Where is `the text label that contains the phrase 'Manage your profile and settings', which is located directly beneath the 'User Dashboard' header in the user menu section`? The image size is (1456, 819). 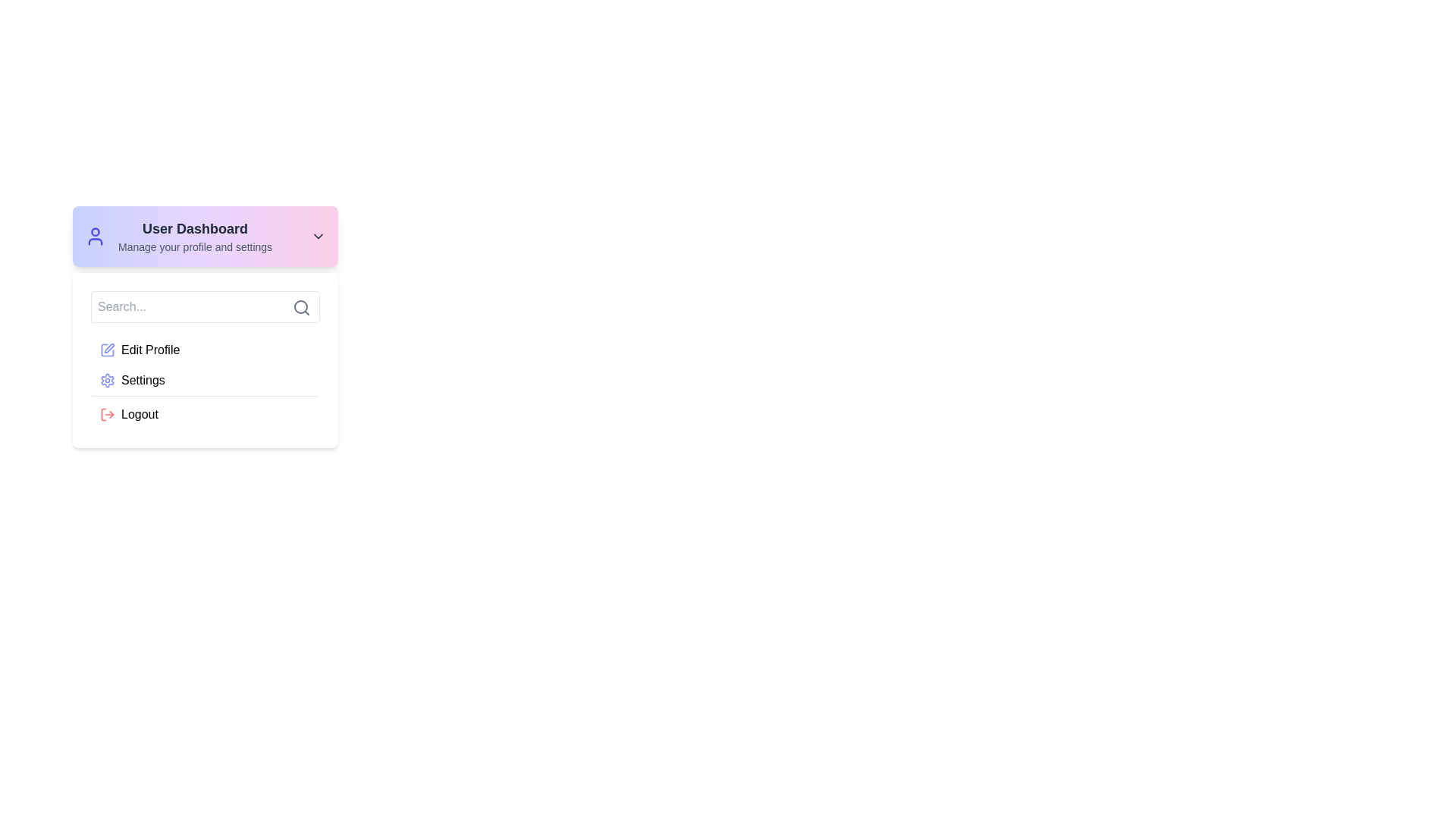
the text label that contains the phrase 'Manage your profile and settings', which is located directly beneath the 'User Dashboard' header in the user menu section is located at coordinates (194, 246).